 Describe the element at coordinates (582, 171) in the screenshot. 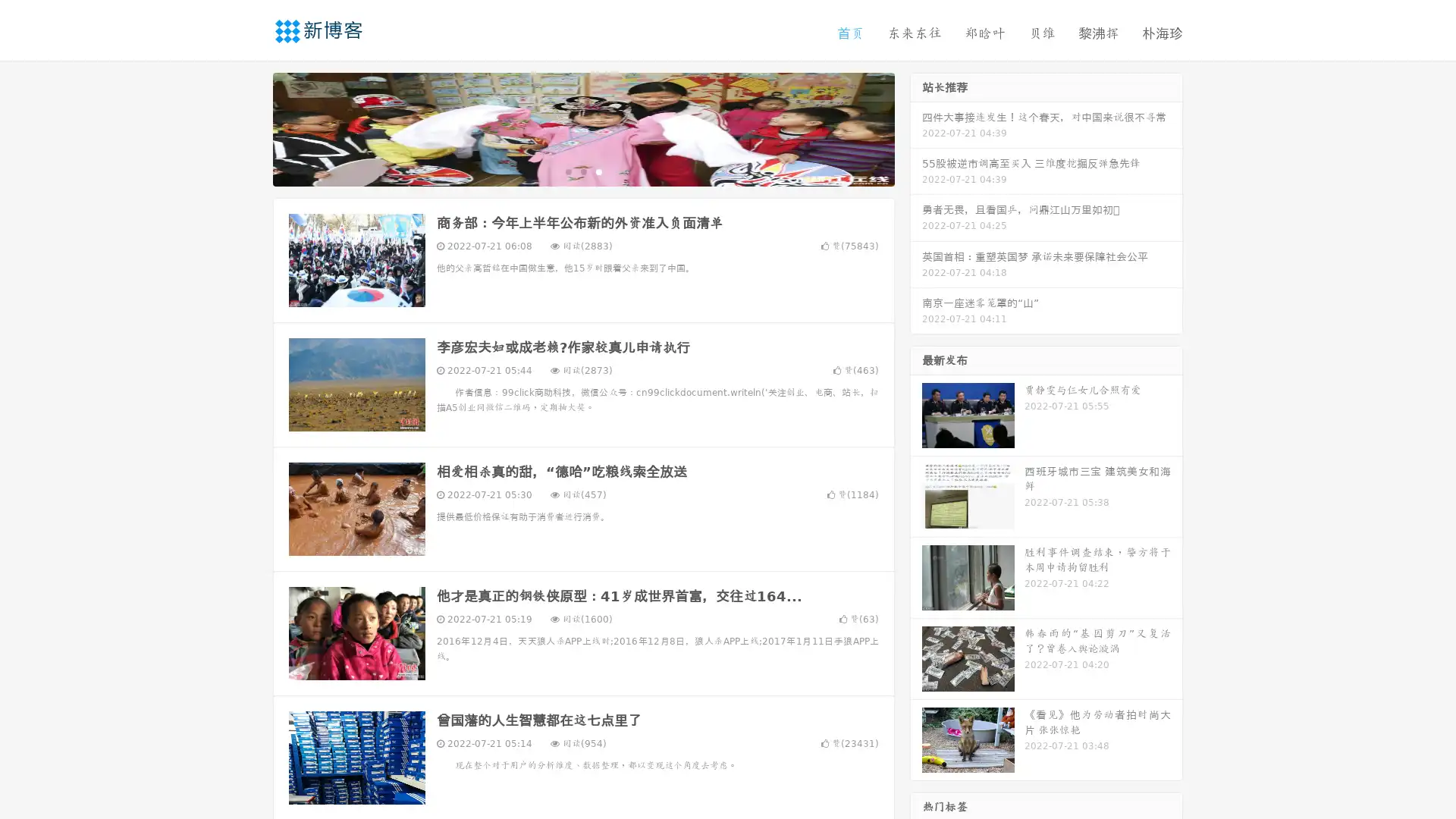

I see `Go to slide 2` at that location.